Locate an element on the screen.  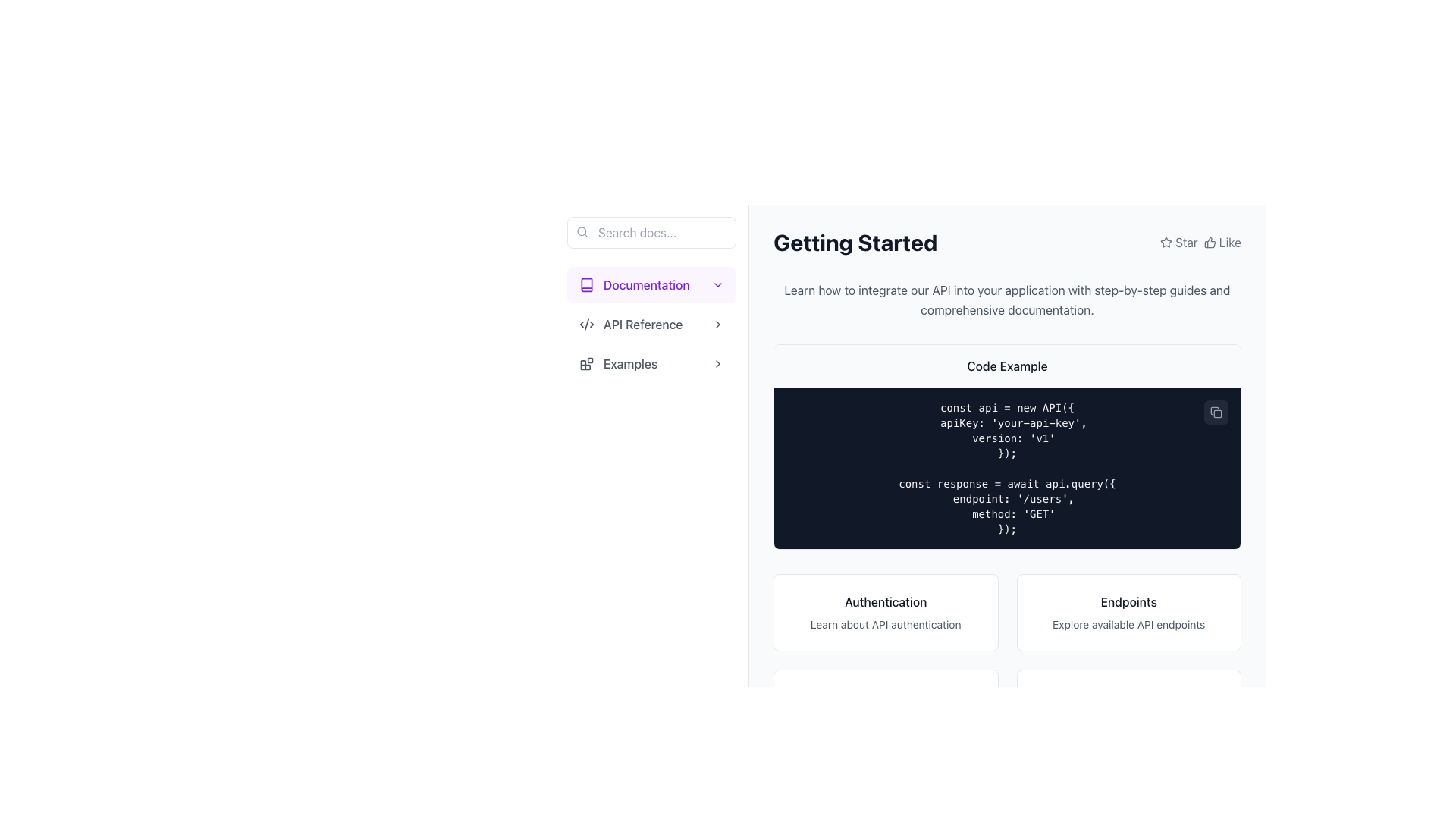
the copy button located in the top-right corner of the code example block to trigger the hover effect is located at coordinates (1216, 412).